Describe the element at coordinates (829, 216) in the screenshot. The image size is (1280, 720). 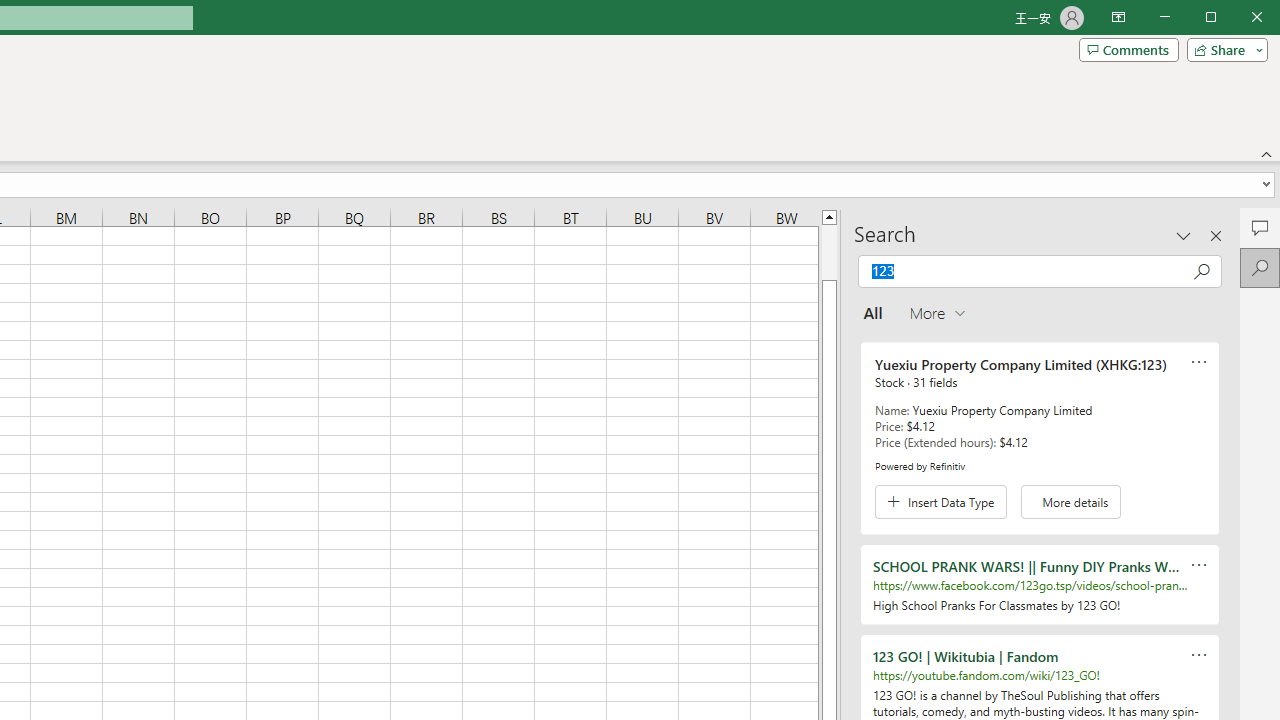
I see `'Line up'` at that location.